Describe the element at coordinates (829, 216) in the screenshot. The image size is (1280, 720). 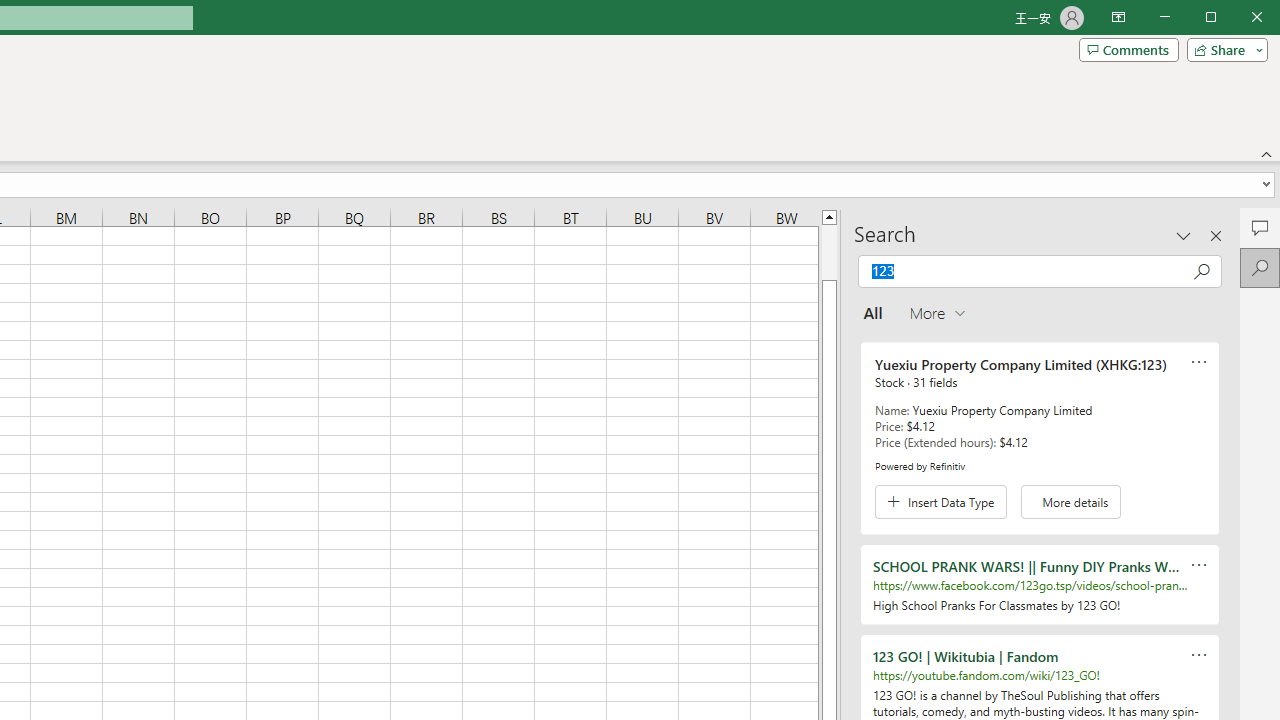
I see `'Line up'` at that location.